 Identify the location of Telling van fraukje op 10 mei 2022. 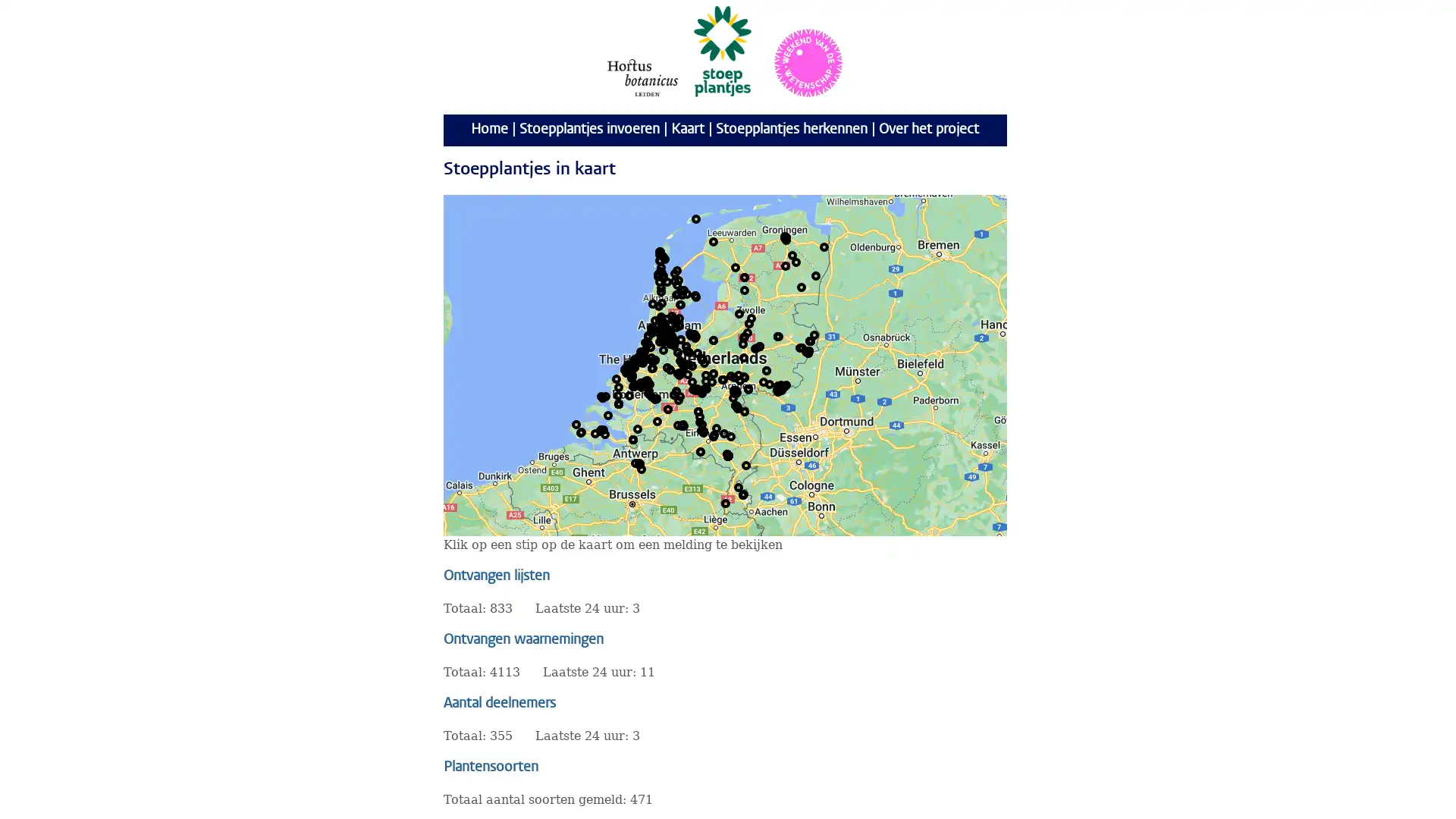
(704, 362).